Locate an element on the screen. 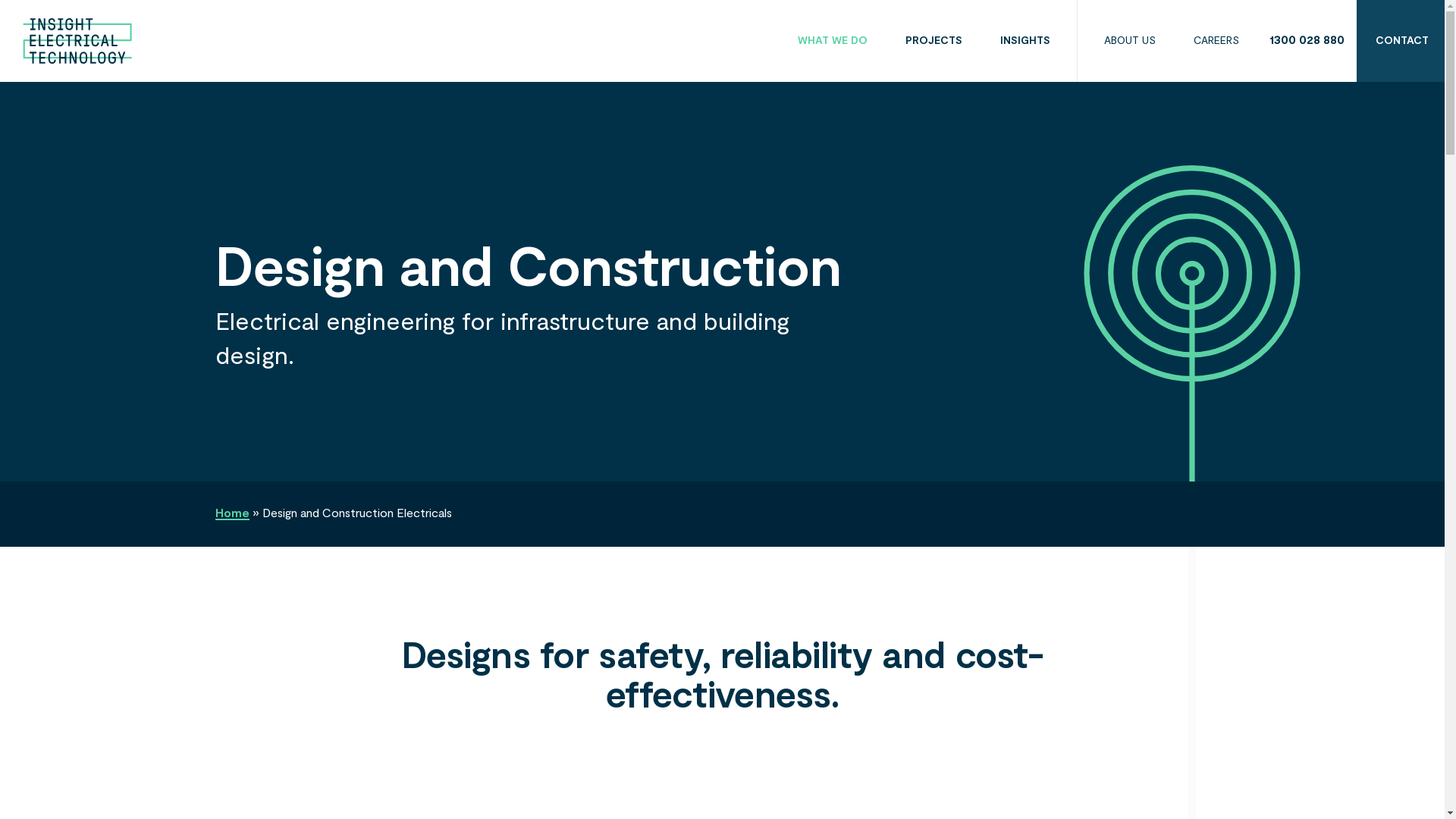  'WHAT WE DO' is located at coordinates (832, 40).